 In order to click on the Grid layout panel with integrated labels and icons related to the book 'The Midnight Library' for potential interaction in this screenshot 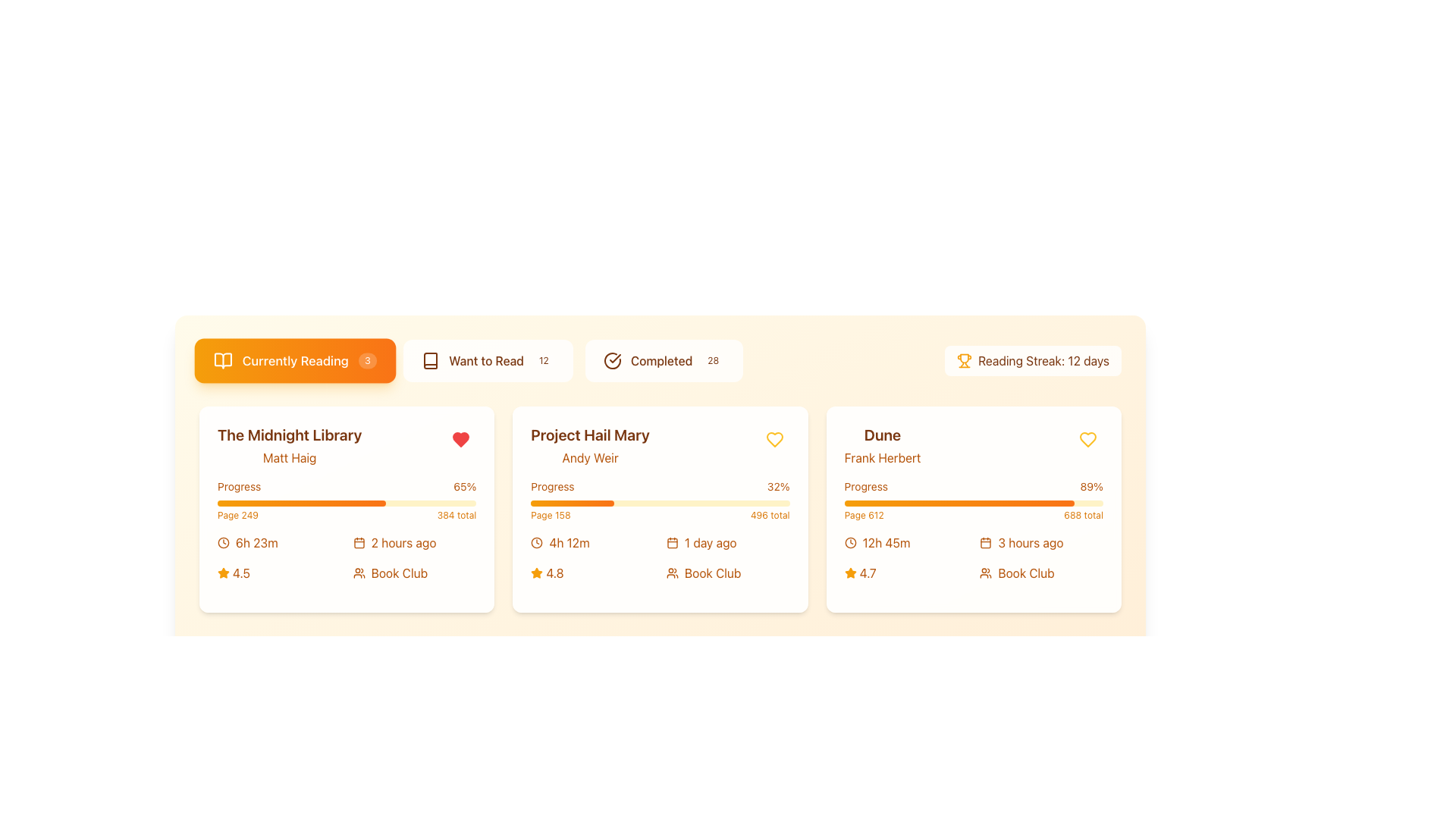, I will do `click(346, 558)`.